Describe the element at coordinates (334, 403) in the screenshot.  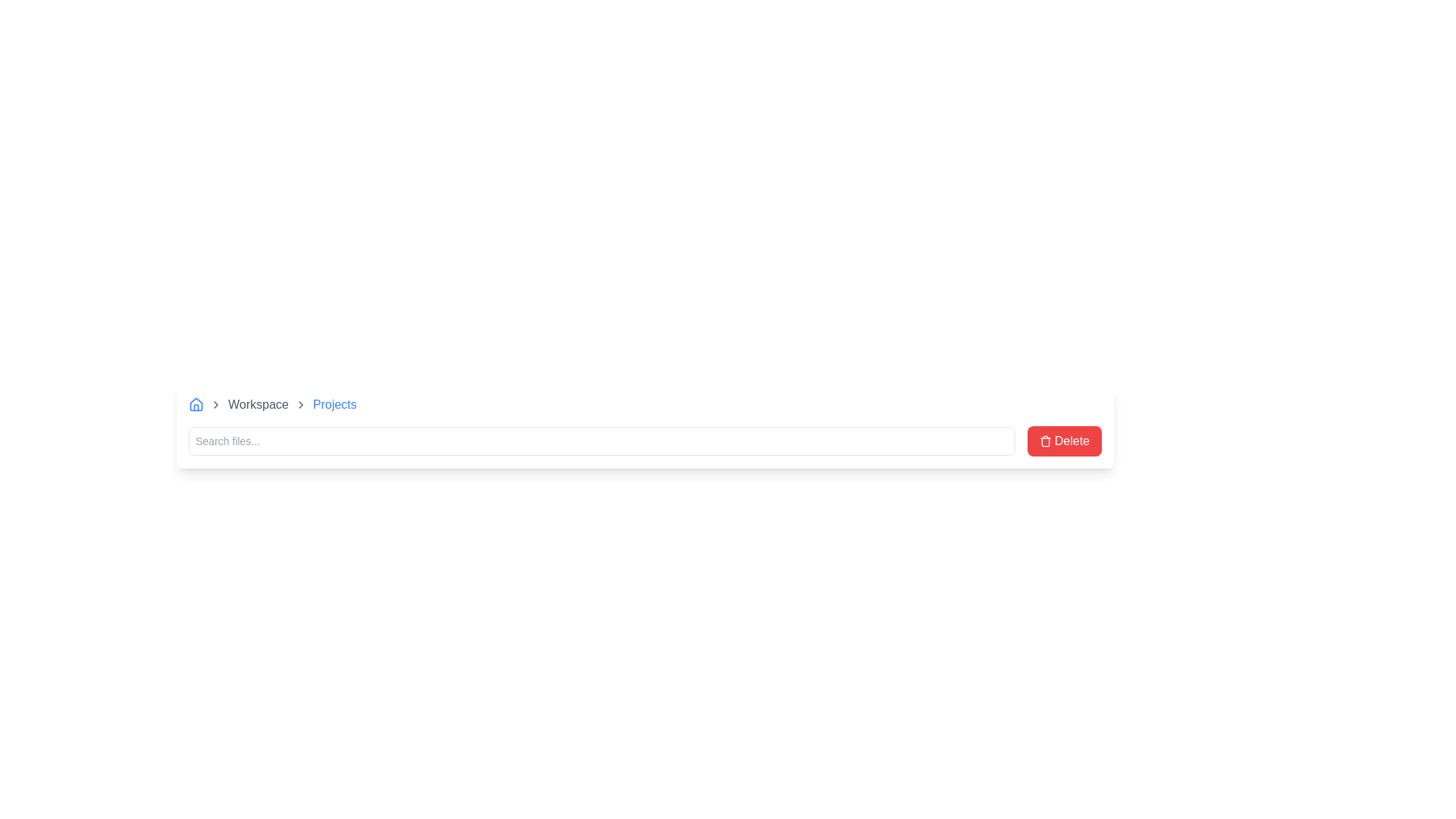
I see `the endpoint label in the breadcrumb navigation trail that indicates the current page or section, located at the far-right end of the breadcrumb text sequence after the 'Workspace' text` at that location.